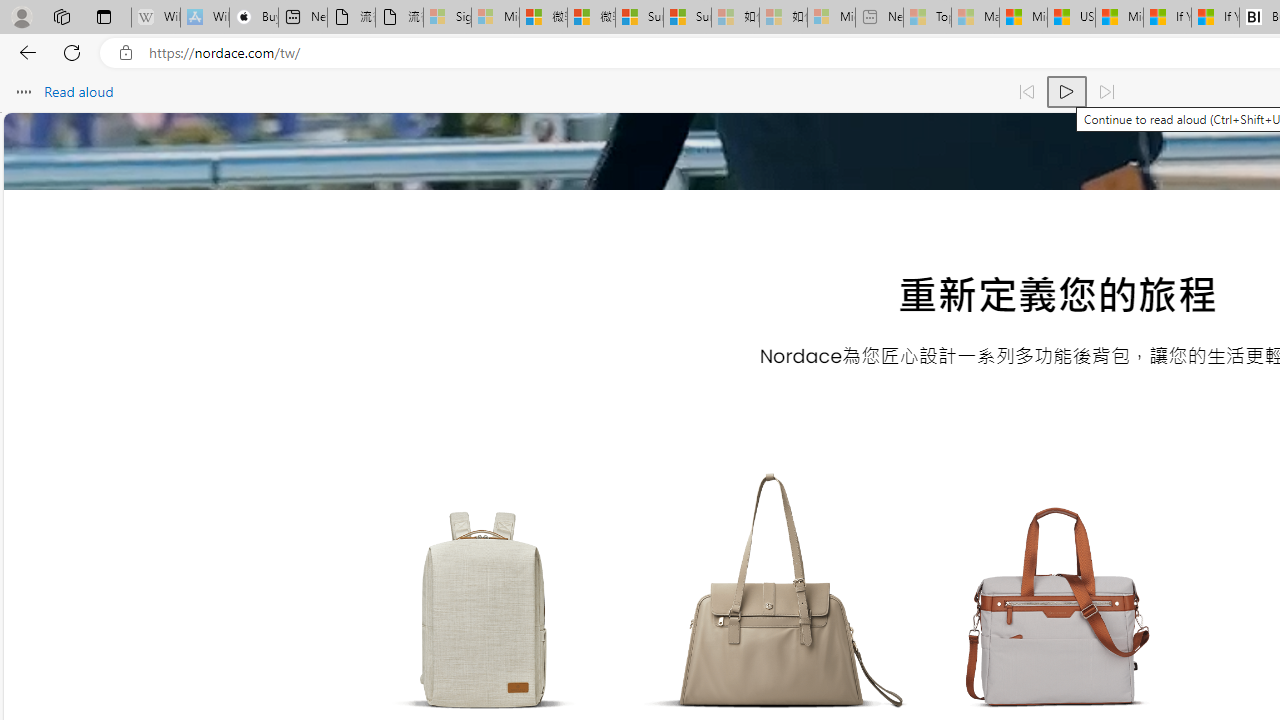  I want to click on 'Sign in to your Microsoft account - Sleeping', so click(446, 17).